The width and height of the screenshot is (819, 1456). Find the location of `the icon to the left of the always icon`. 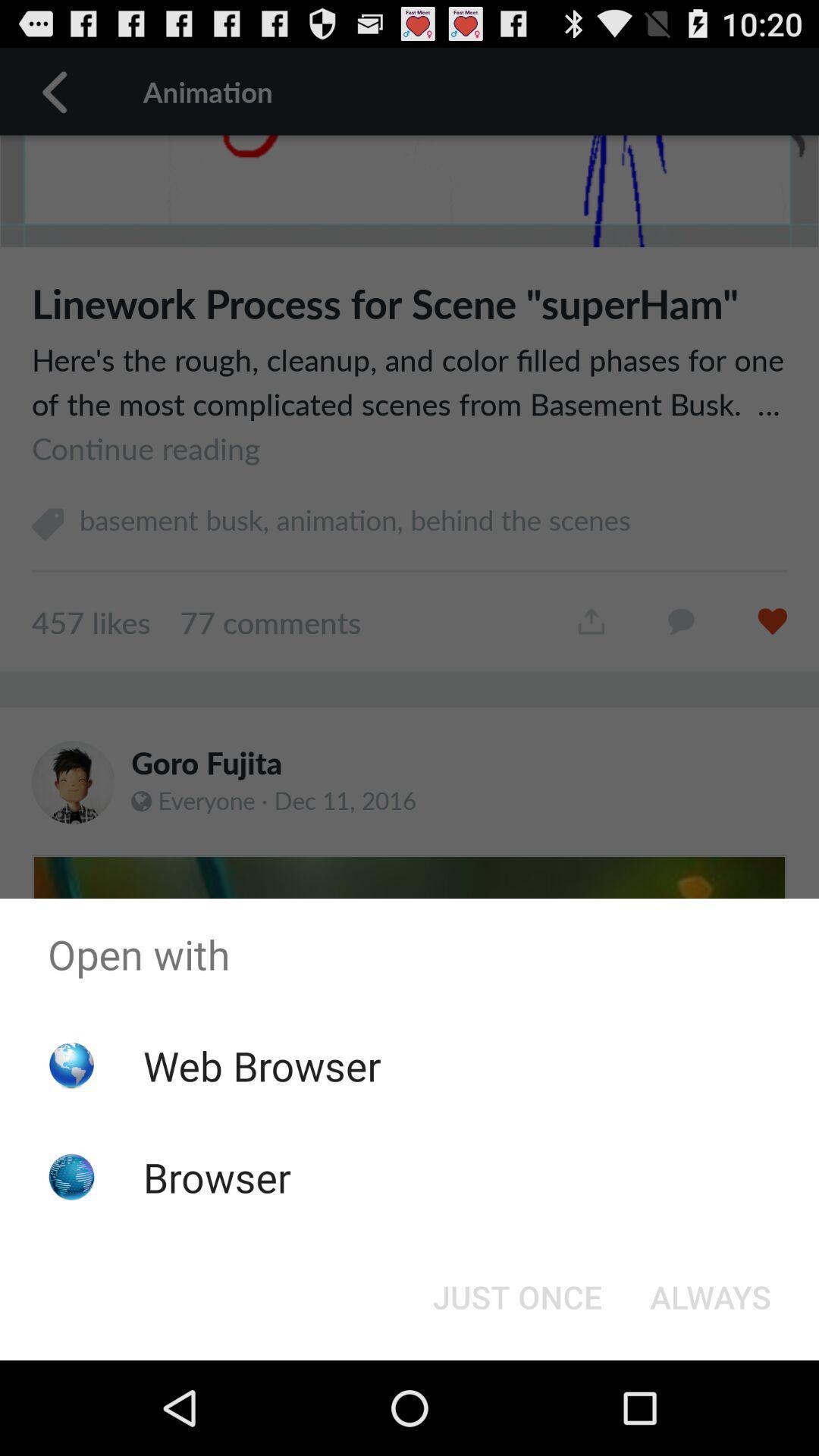

the icon to the left of the always icon is located at coordinates (516, 1295).